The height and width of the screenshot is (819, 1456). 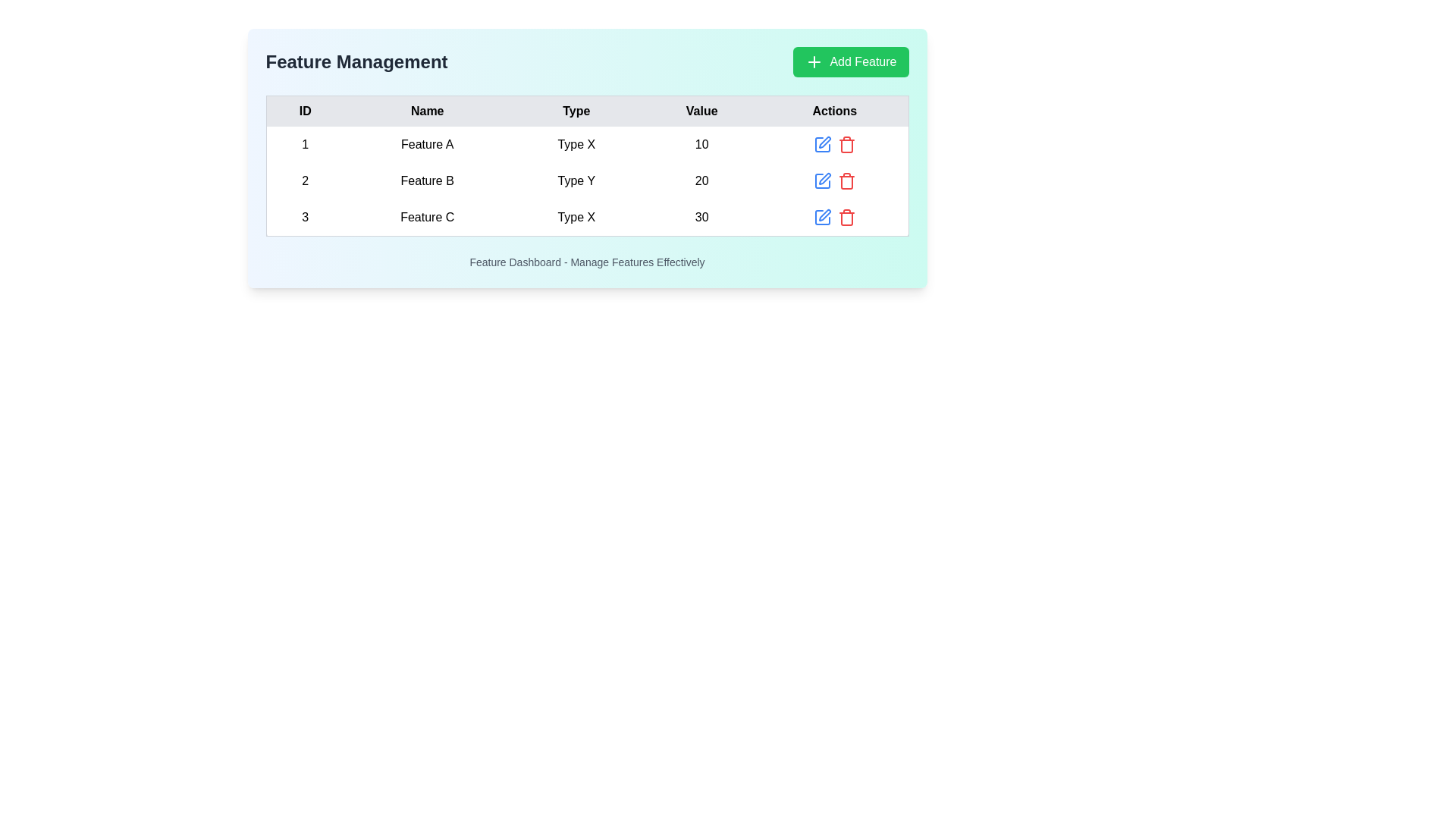 What do you see at coordinates (426, 110) in the screenshot?
I see `the 'Name' column header cell in the table, which is the second header located between 'ID' and 'Type'` at bounding box center [426, 110].